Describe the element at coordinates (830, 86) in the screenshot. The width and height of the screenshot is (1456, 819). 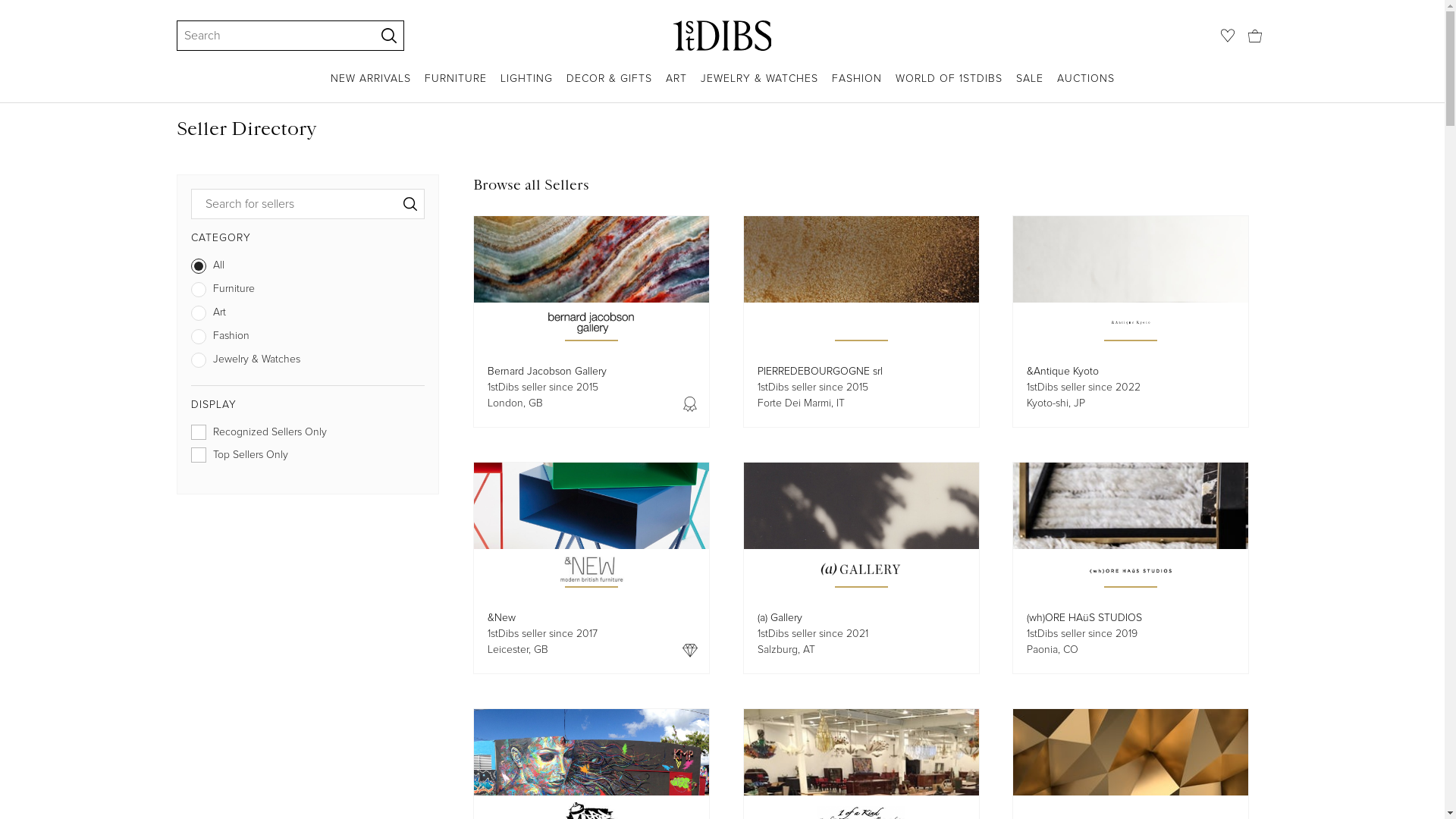
I see `'FASHION'` at that location.